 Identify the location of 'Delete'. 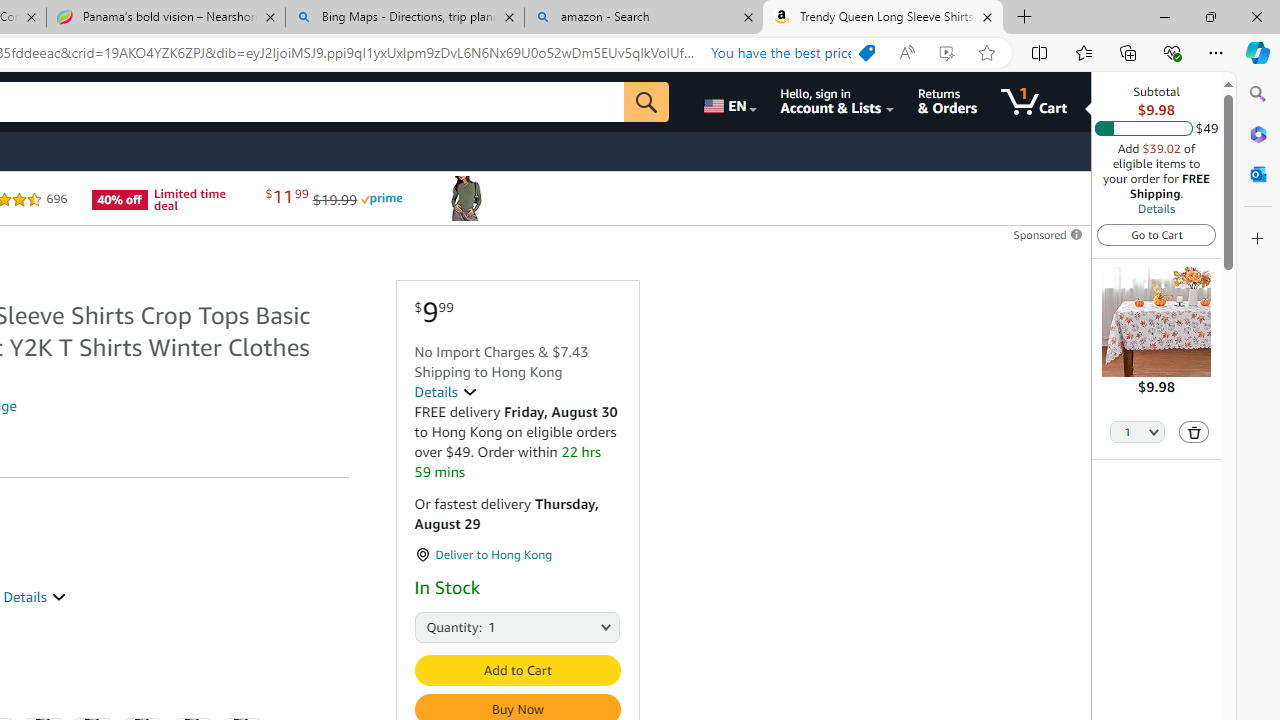
(1194, 431).